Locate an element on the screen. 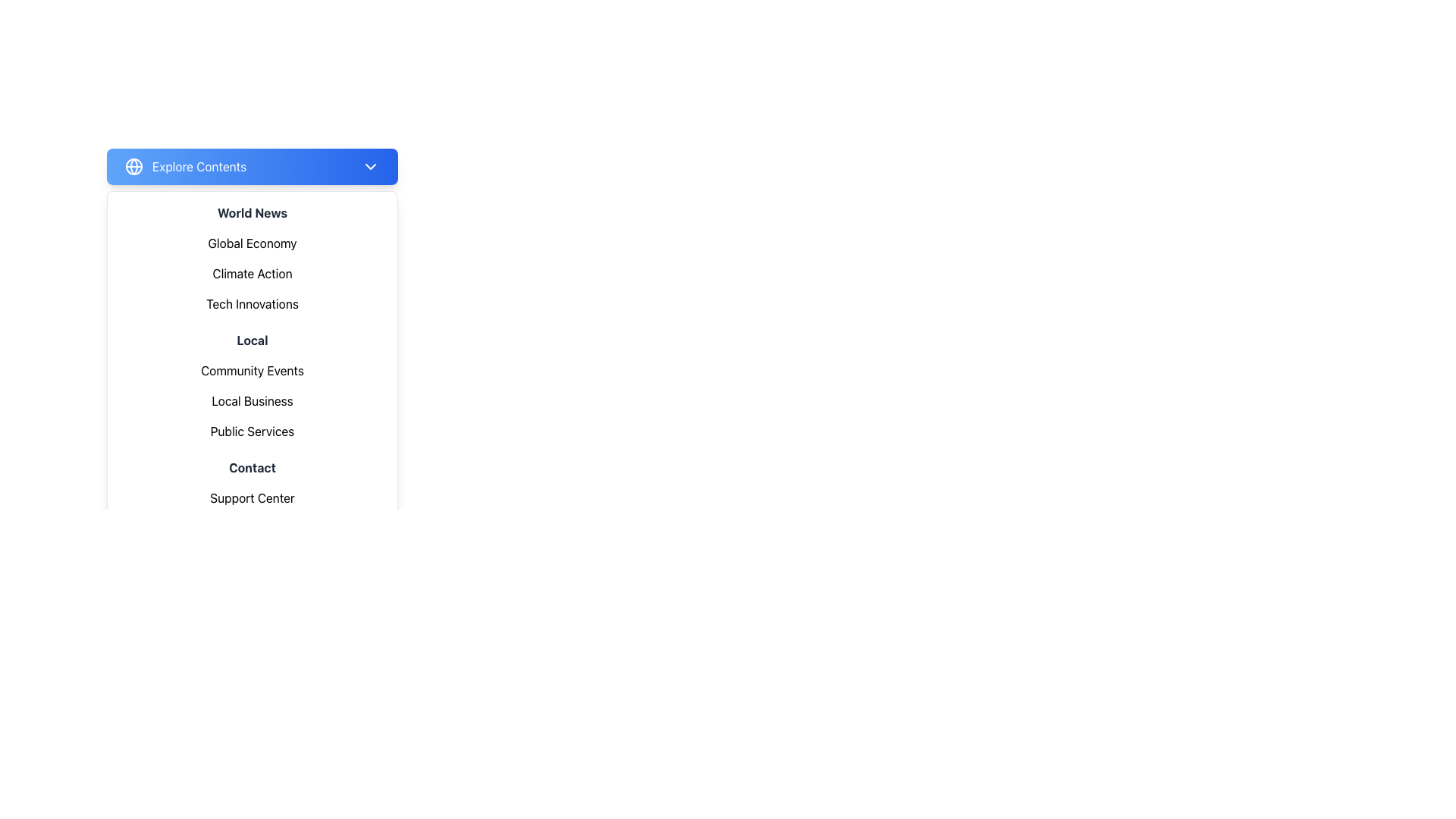 The height and width of the screenshot is (819, 1456). the chevron icon located at the rightmost end of the blue button labeled 'Explore Contents' is located at coordinates (371, 166).